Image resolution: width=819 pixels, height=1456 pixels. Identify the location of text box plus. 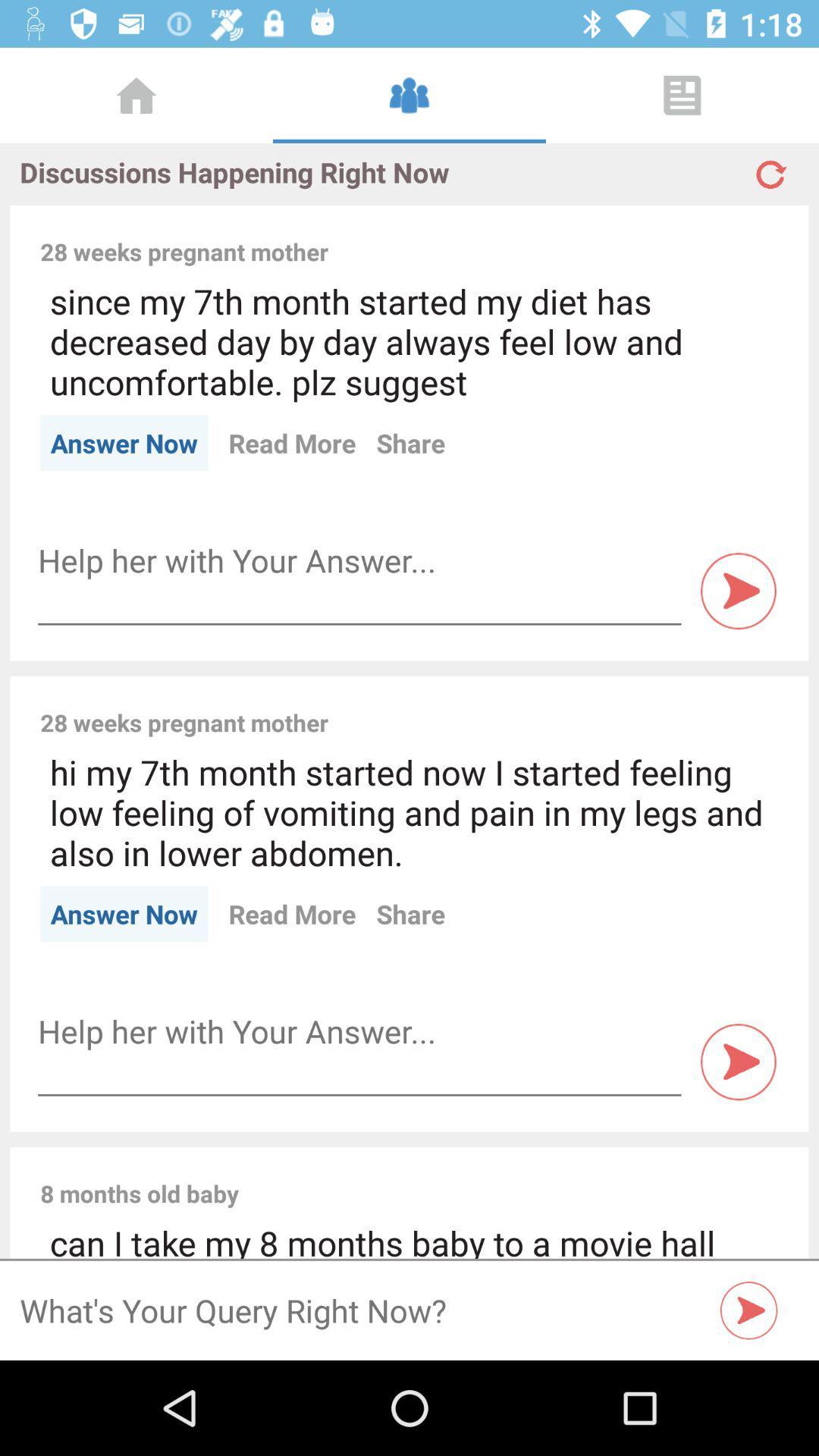
(359, 560).